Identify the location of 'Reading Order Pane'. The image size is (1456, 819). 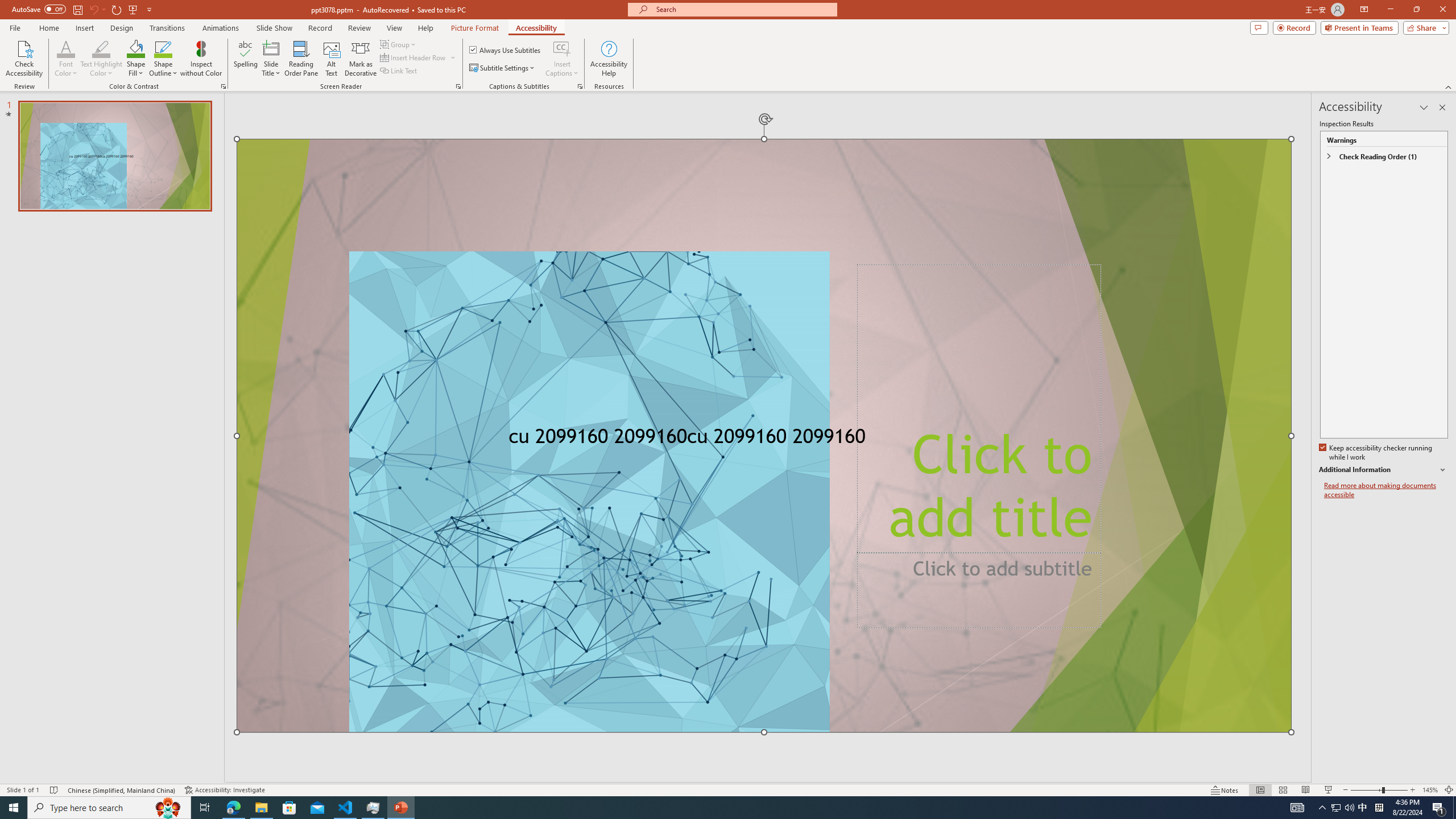
(301, 59).